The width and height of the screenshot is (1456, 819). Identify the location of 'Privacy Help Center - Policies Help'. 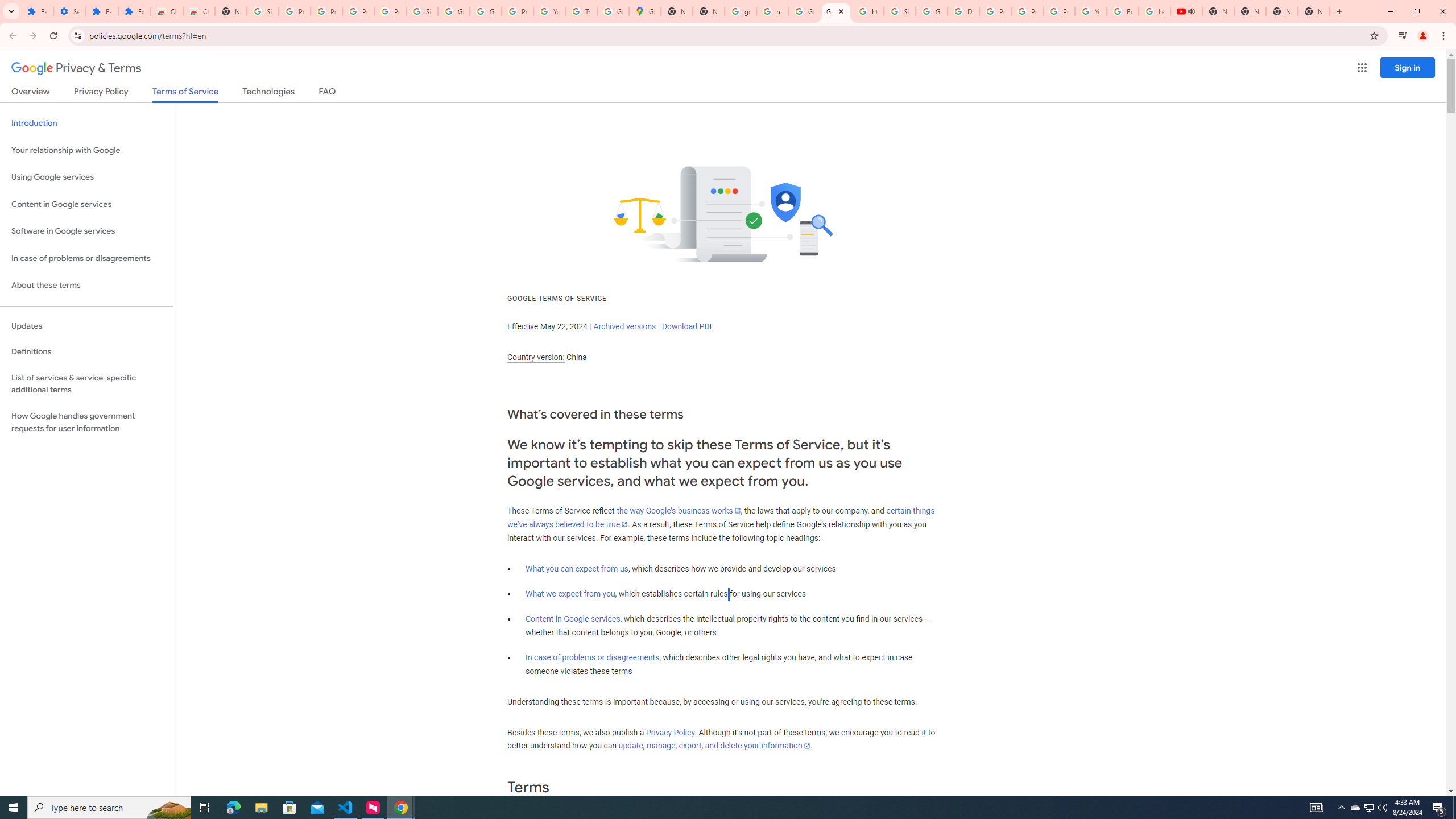
(1027, 11).